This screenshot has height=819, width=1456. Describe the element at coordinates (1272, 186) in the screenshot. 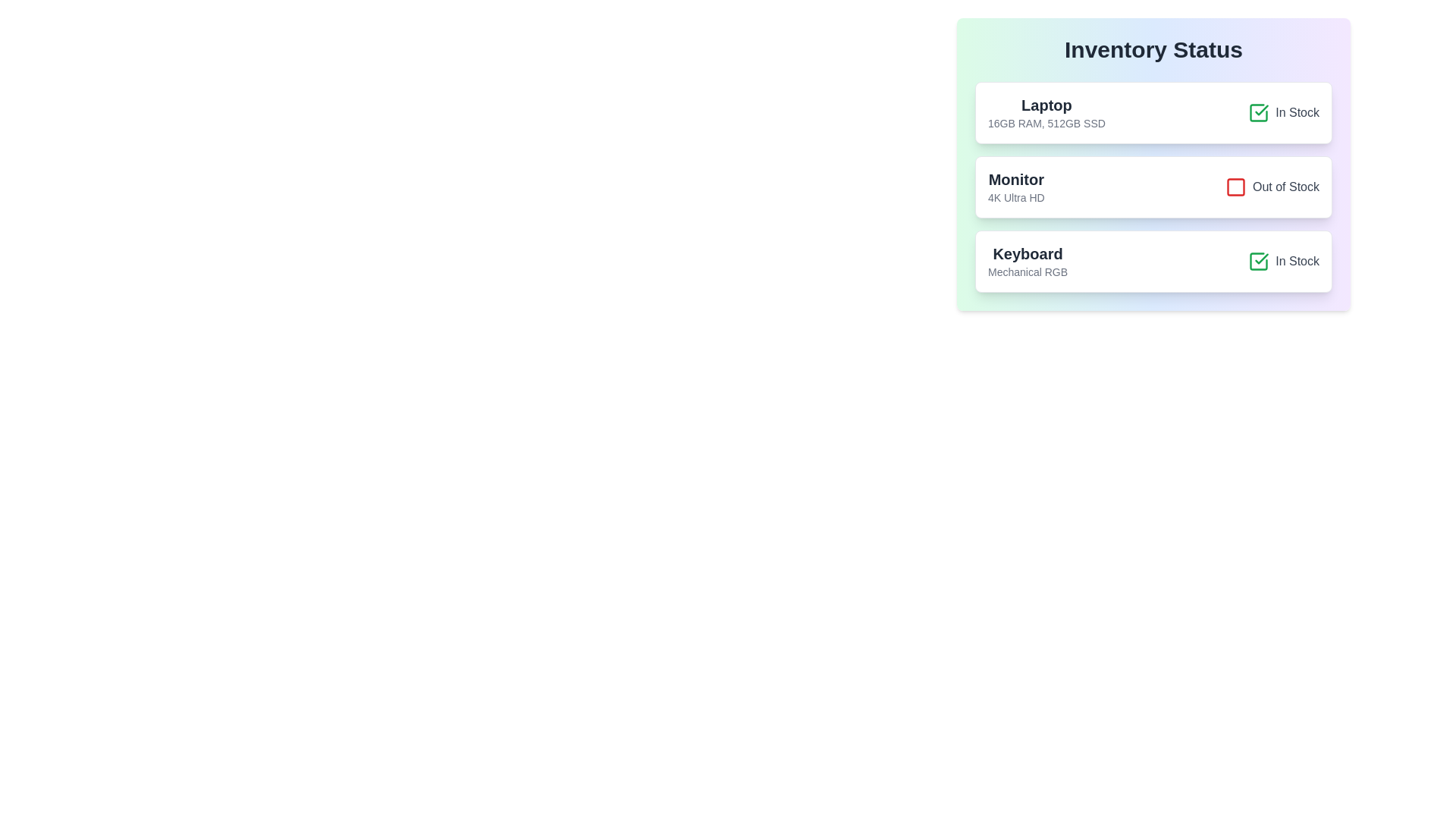

I see `the second status indicator with icon and label that informs the user about item unavailability` at that location.